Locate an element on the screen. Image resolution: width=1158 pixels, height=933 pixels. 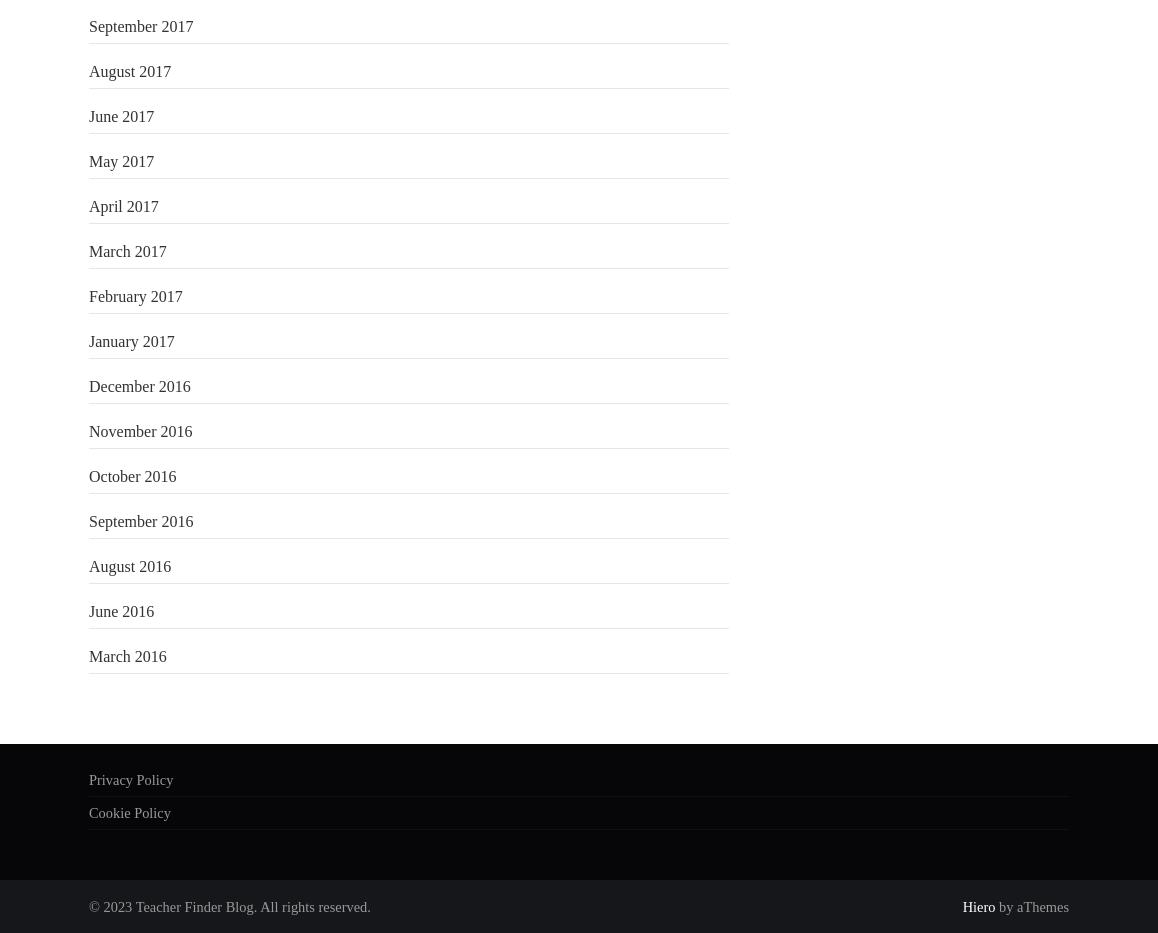
'December 2016' is located at coordinates (138, 385).